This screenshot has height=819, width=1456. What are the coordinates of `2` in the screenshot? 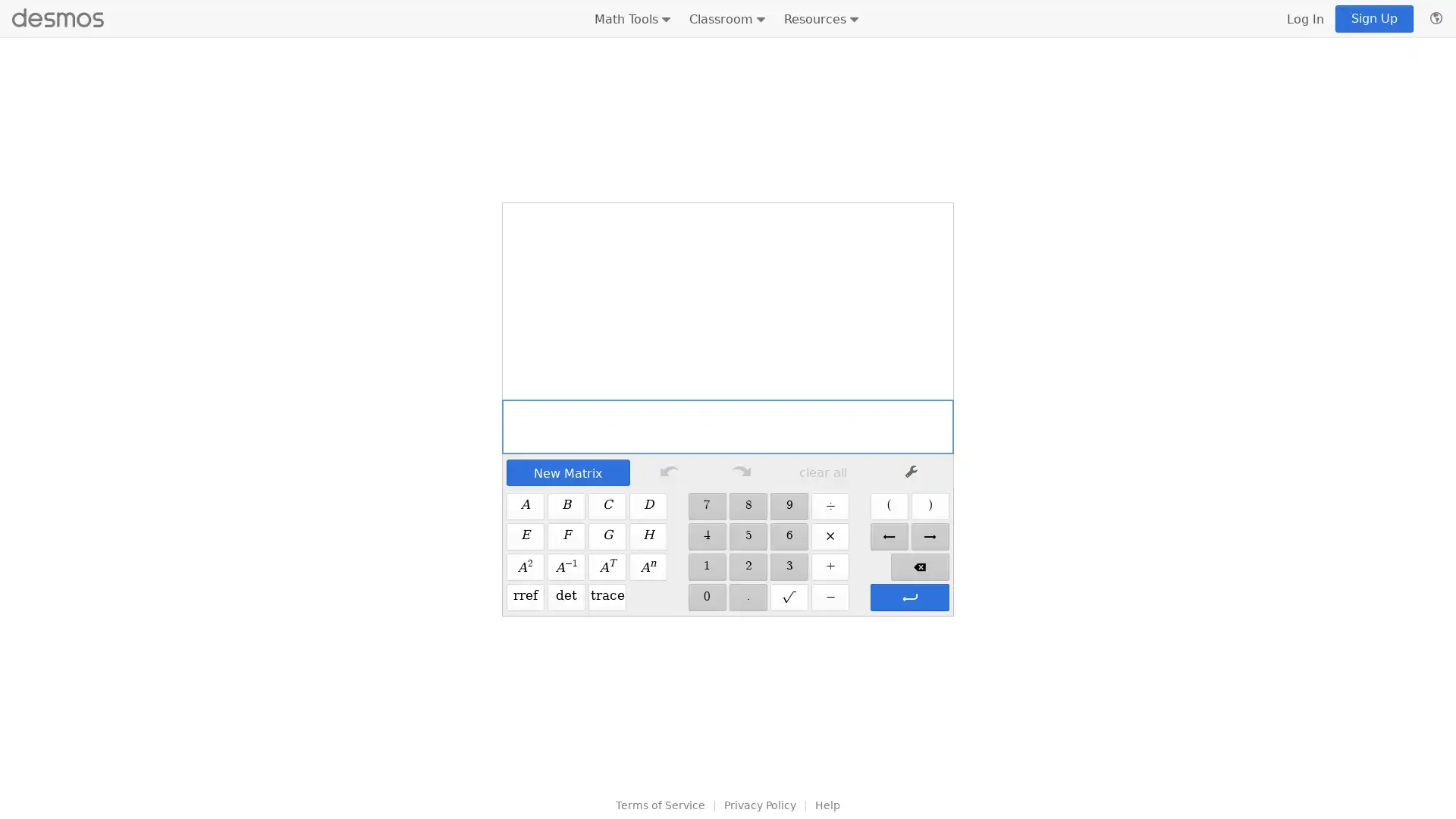 It's located at (748, 567).